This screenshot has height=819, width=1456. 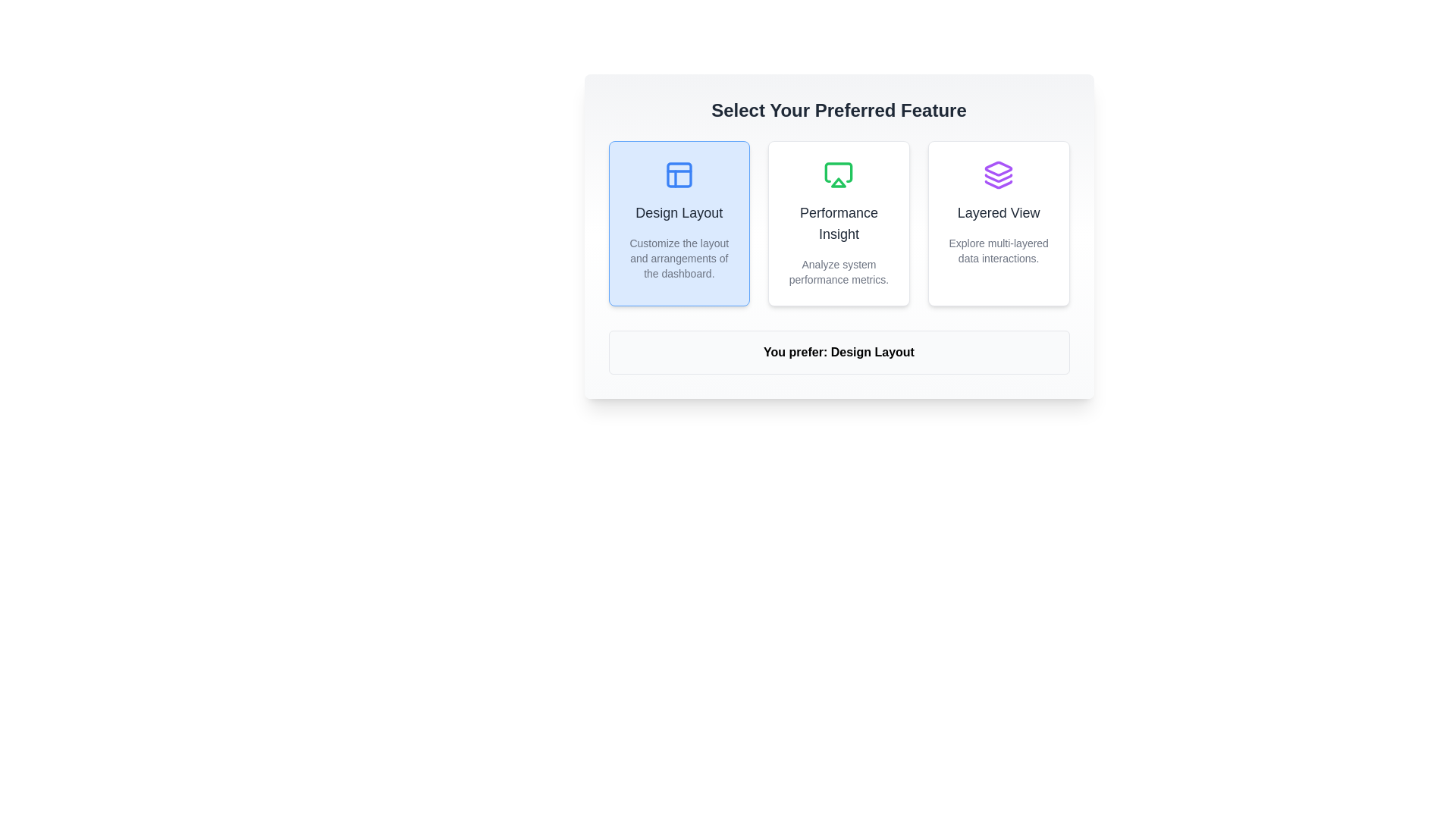 I want to click on the 'Design Layout' icon, which is centrally located within the first option card above the card's title text, so click(x=678, y=174).